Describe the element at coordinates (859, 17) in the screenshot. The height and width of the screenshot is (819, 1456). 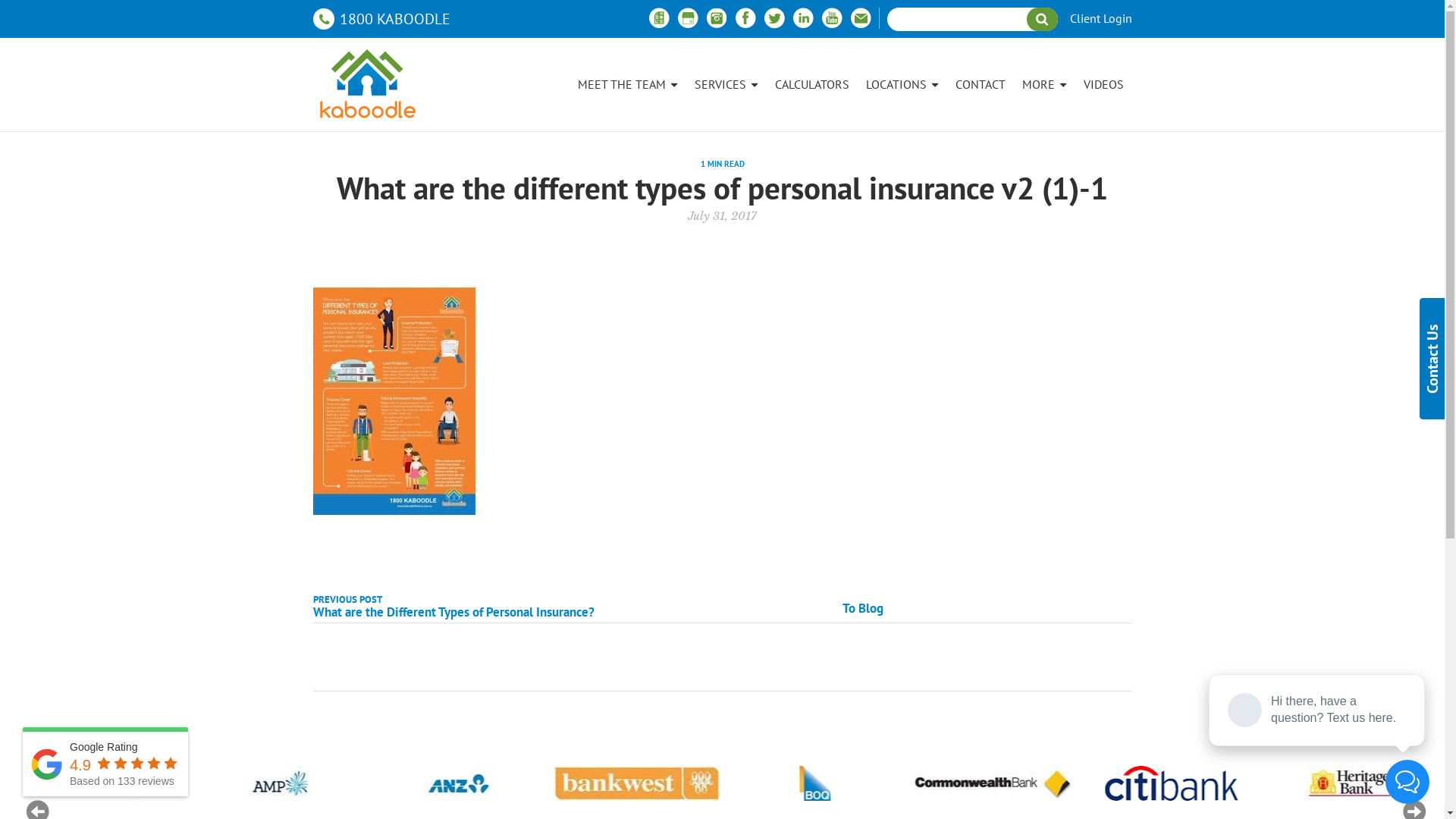
I see `'email'` at that location.